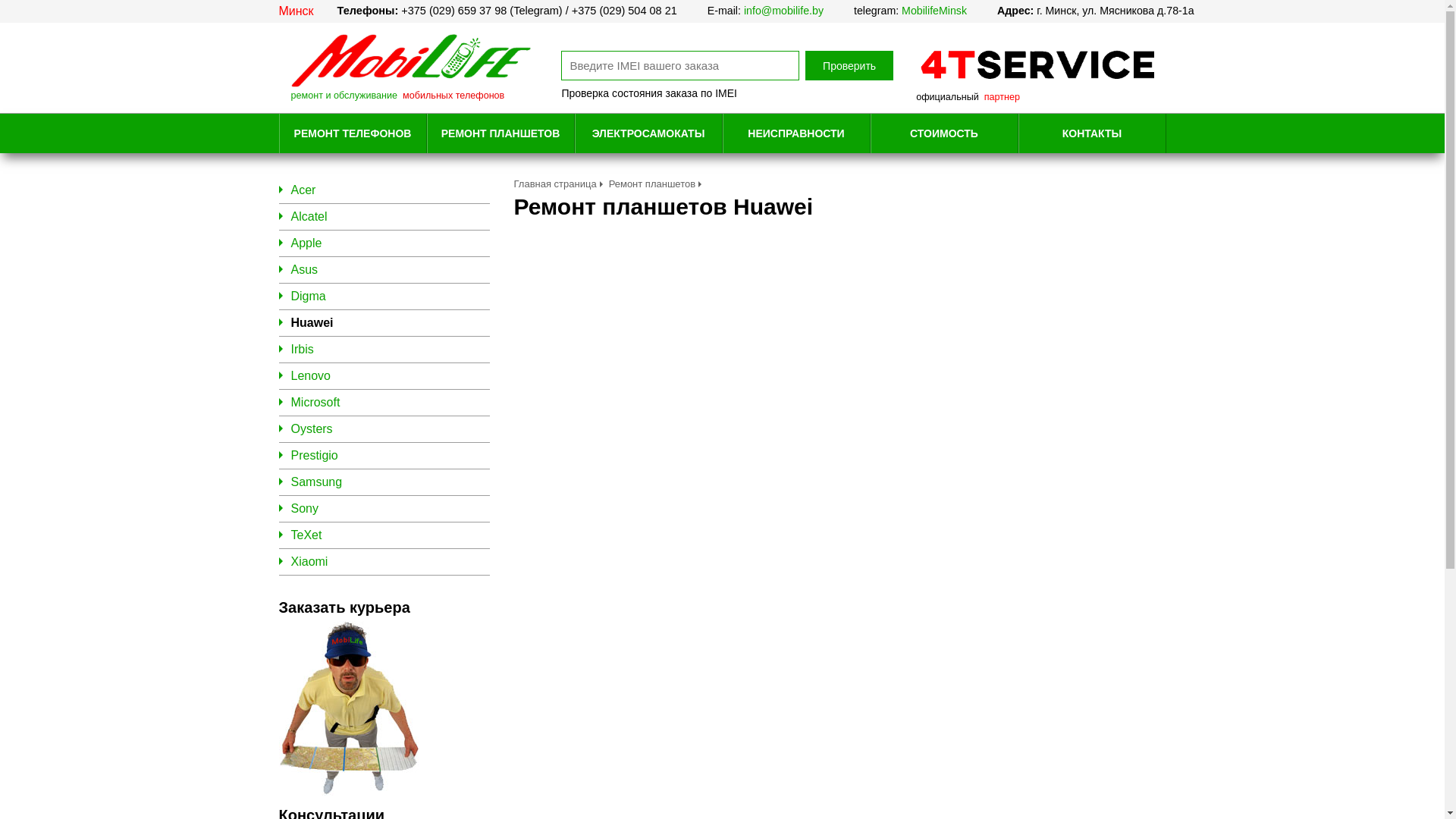 The height and width of the screenshot is (819, 1456). Describe the element at coordinates (302, 349) in the screenshot. I see `'Irbis'` at that location.